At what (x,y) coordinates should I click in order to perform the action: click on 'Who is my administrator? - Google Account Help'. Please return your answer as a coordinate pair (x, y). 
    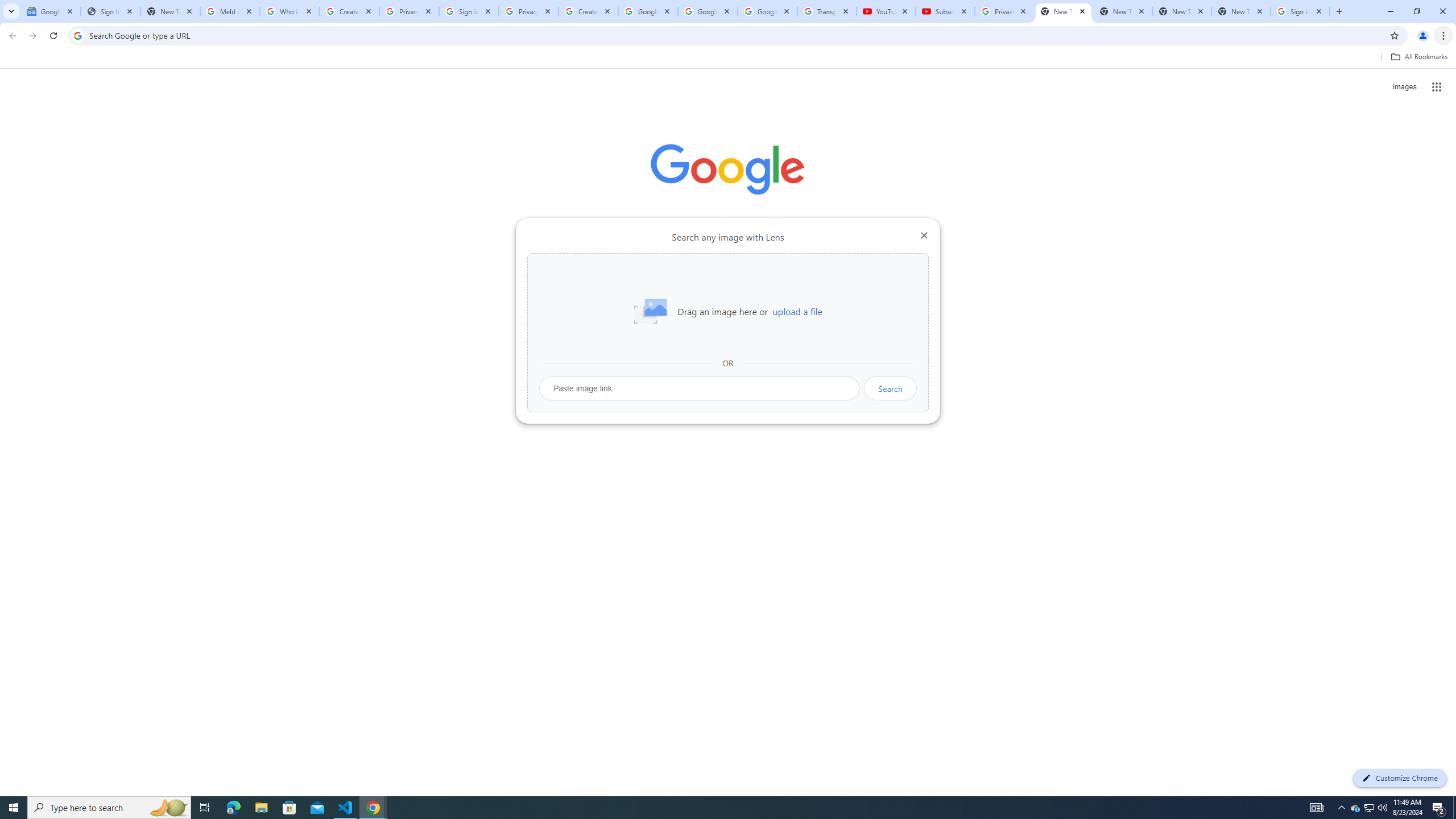
    Looking at the image, I should click on (289, 11).